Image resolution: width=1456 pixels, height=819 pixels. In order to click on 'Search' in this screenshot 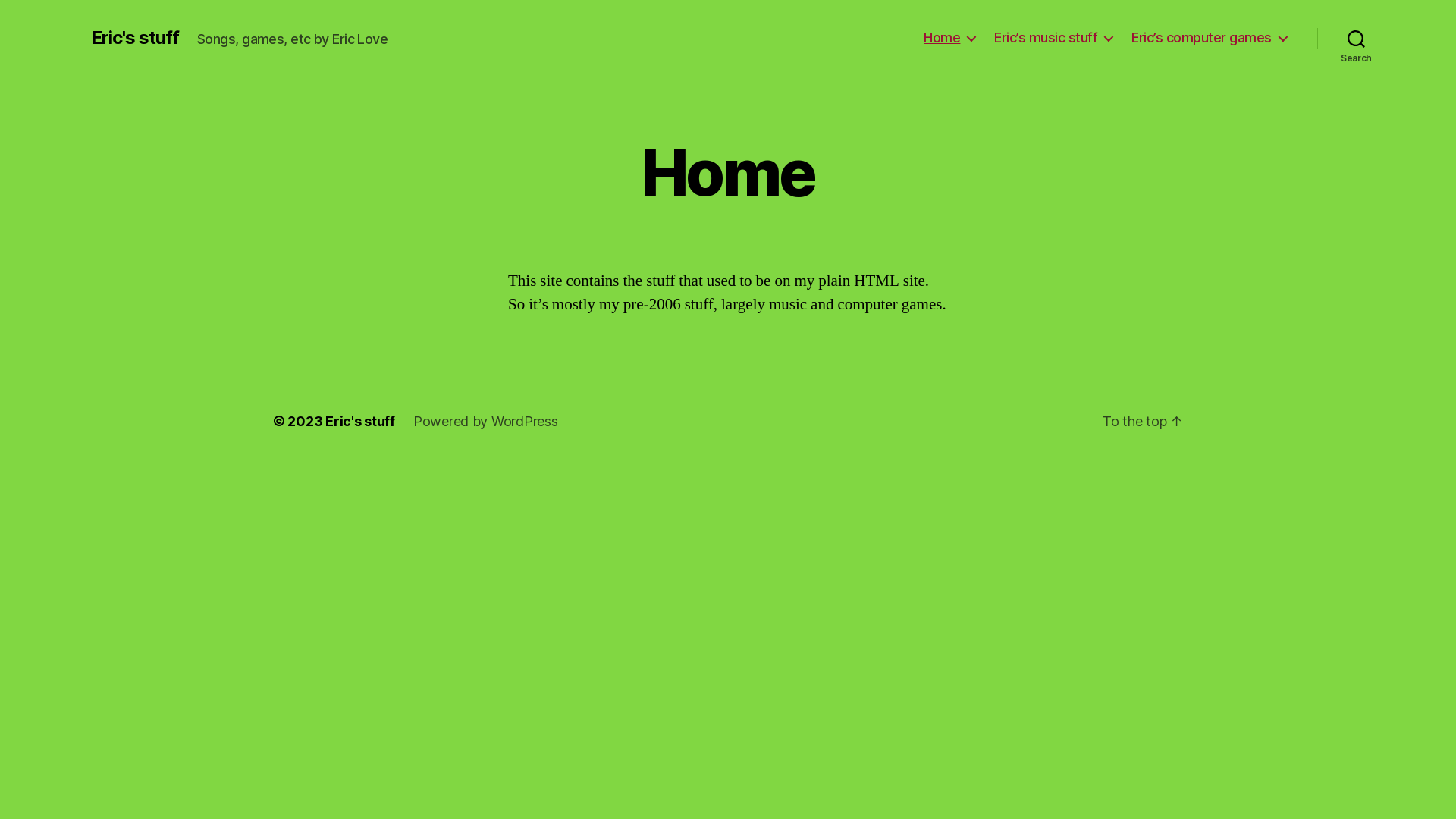, I will do `click(1316, 37)`.